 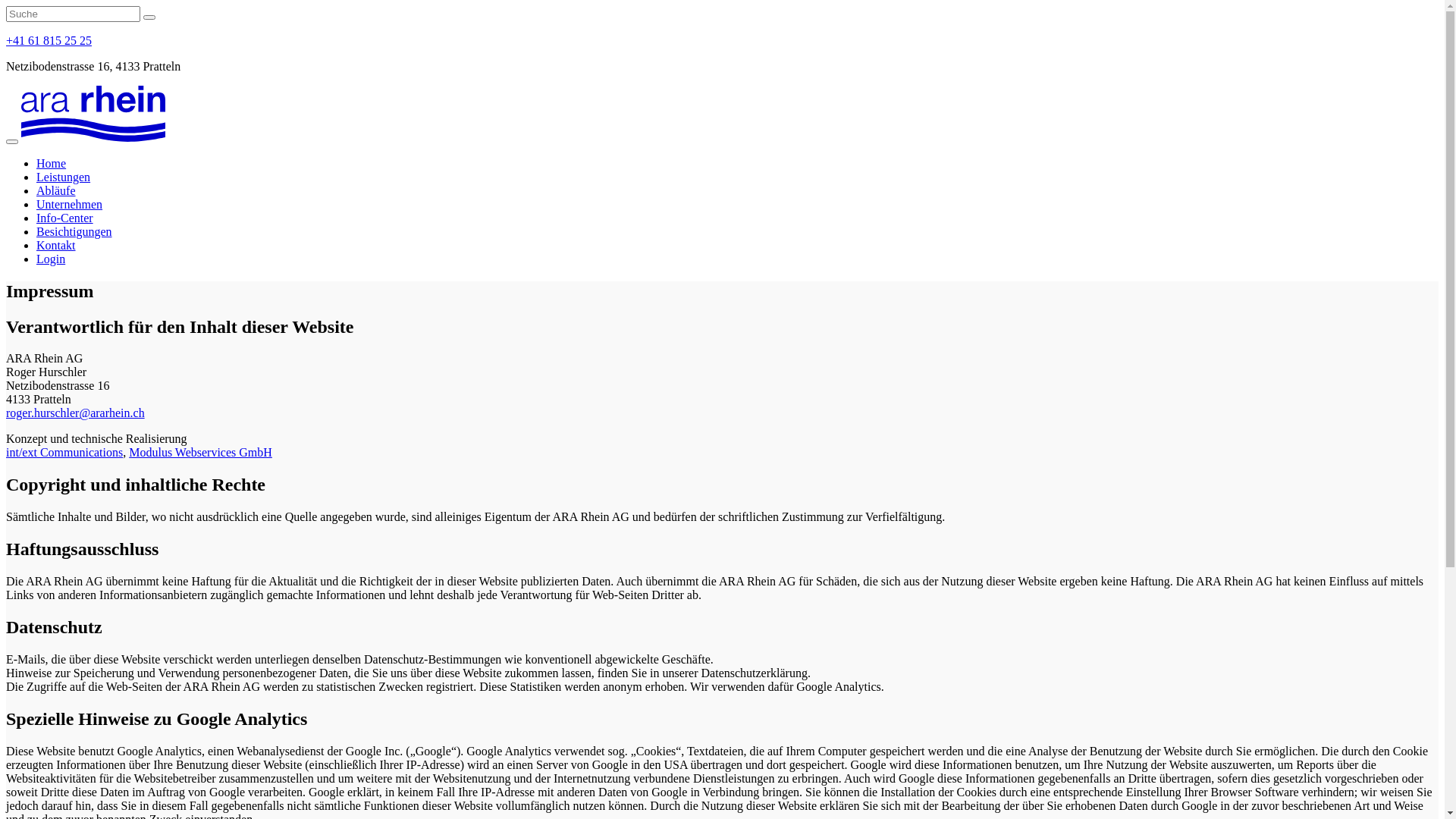 I want to click on 'Ara Rhein', so click(x=93, y=113).